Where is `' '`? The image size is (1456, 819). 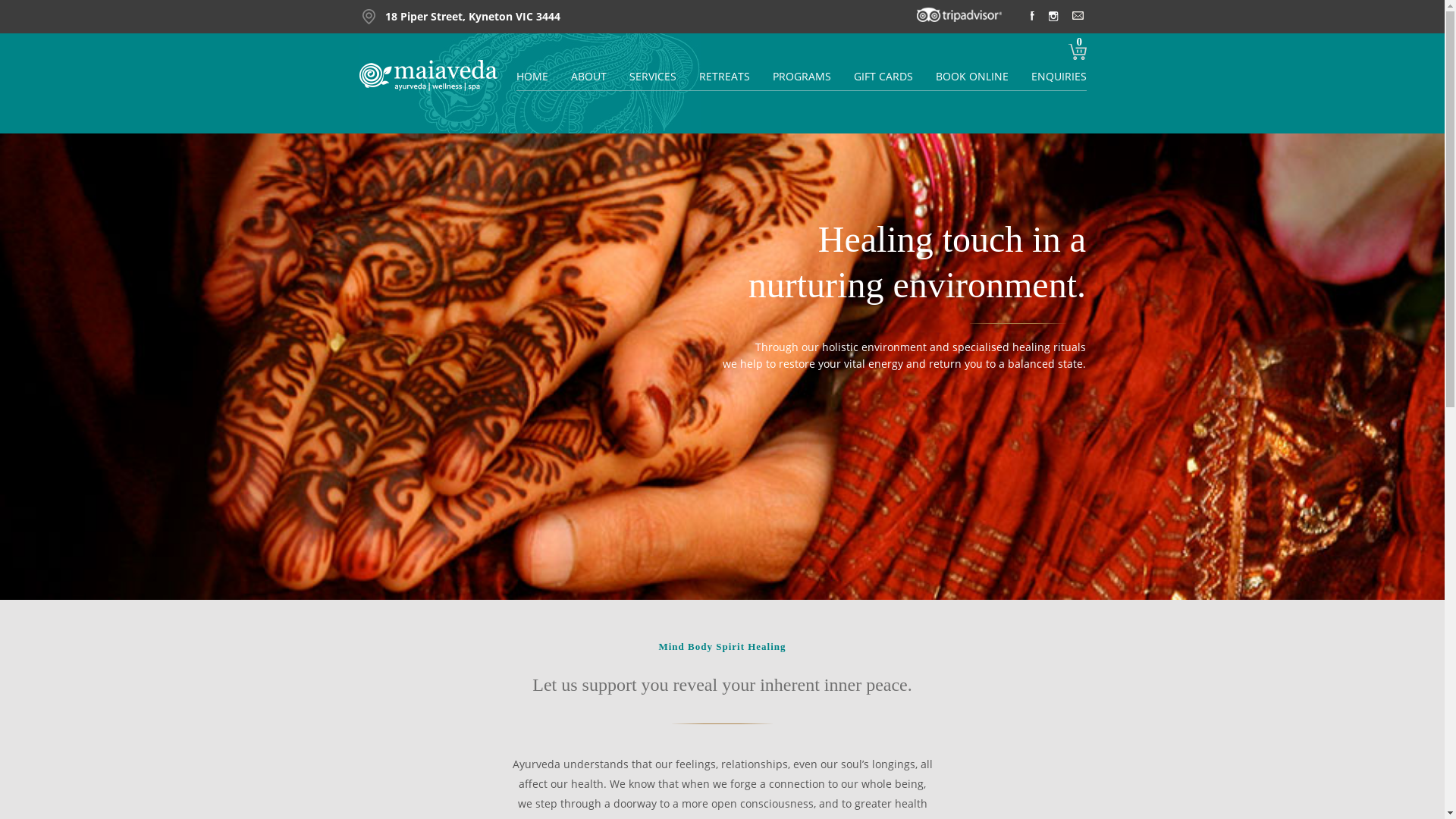
' ' is located at coordinates (1031, 17).